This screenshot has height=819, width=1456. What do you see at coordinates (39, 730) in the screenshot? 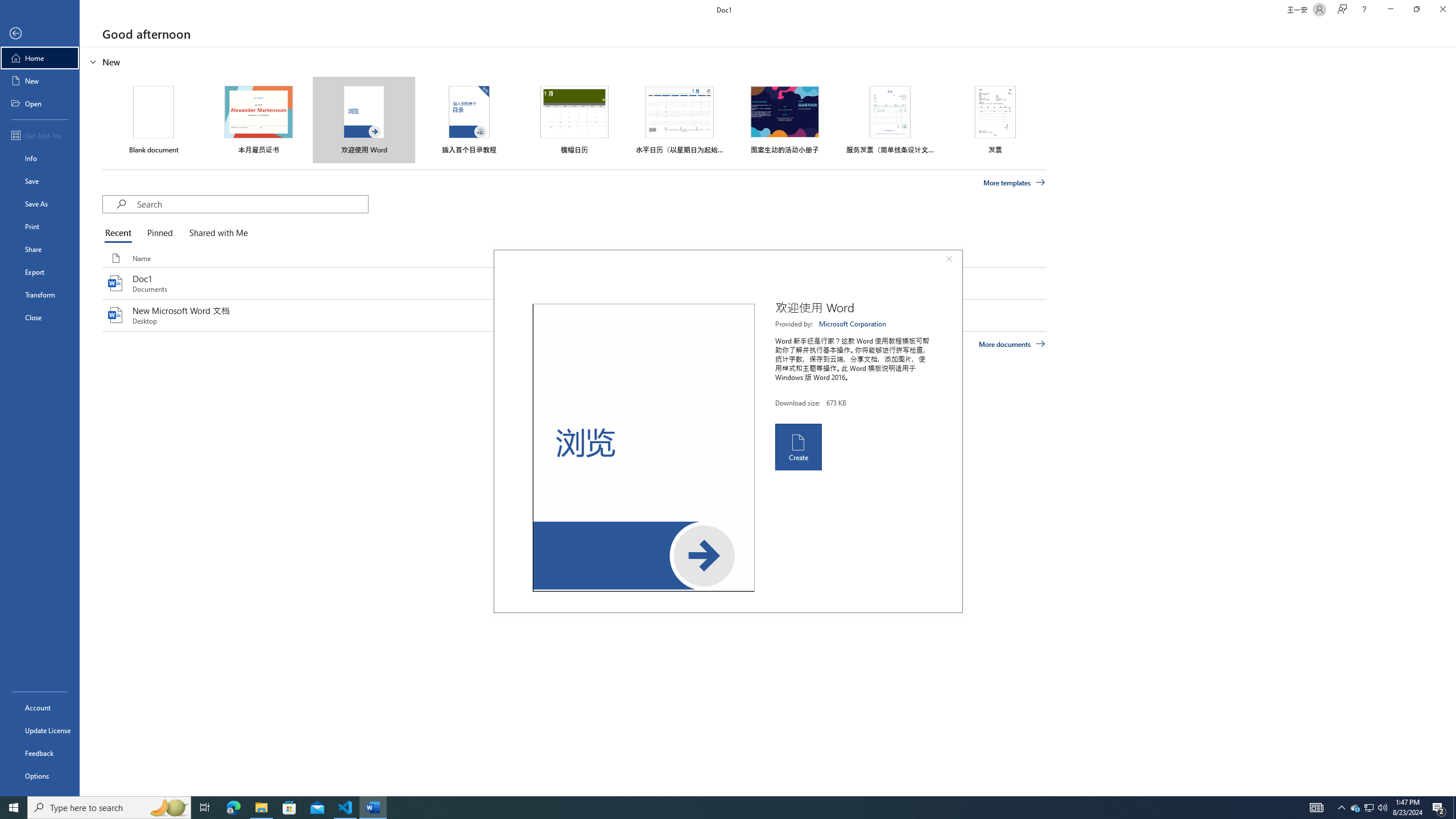
I see `'Update License'` at bounding box center [39, 730].